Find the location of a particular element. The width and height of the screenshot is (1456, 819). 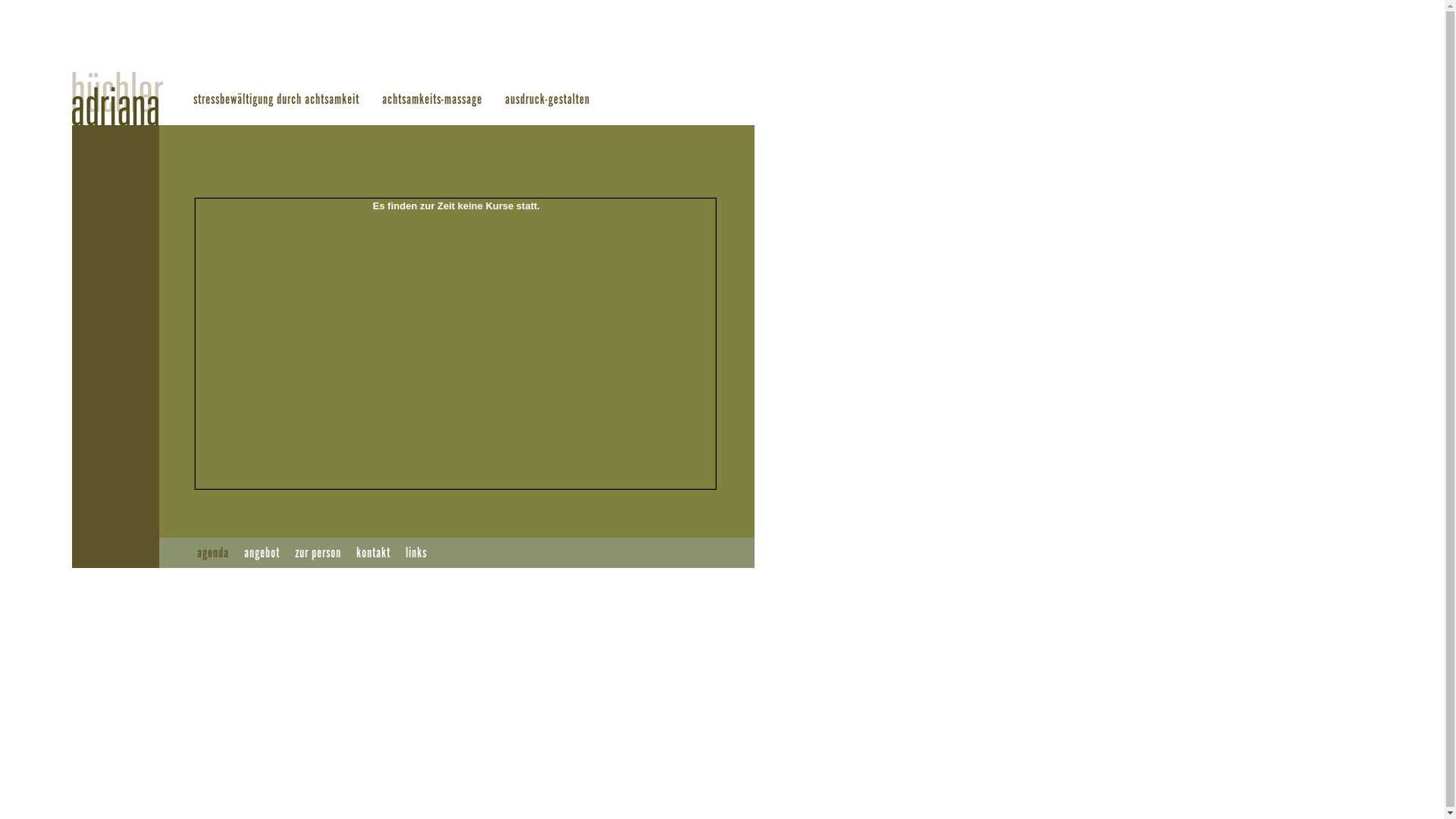

'zur person' is located at coordinates (317, 553).